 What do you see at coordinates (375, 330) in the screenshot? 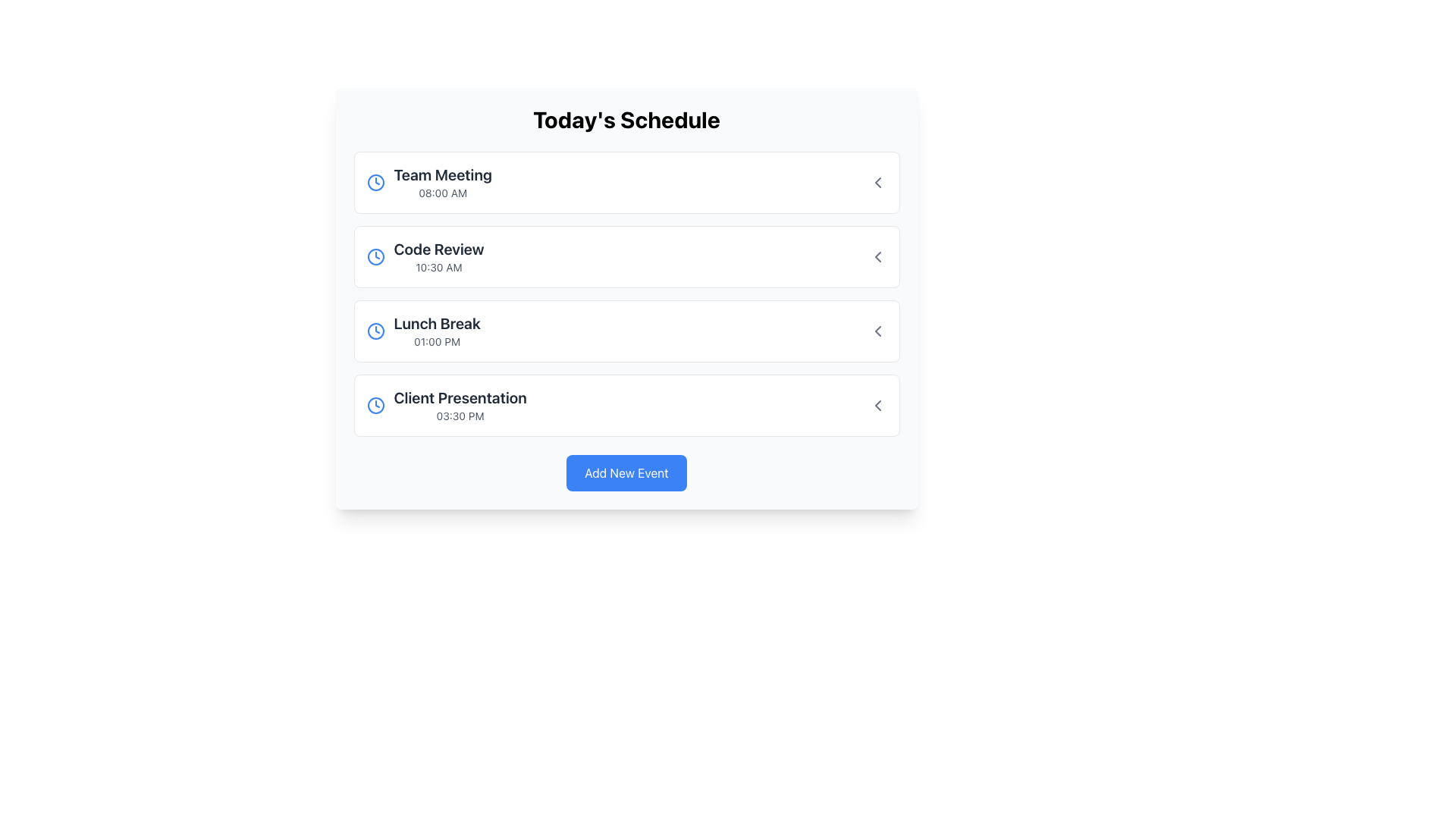
I see `the clock-shaped icon` at bounding box center [375, 330].